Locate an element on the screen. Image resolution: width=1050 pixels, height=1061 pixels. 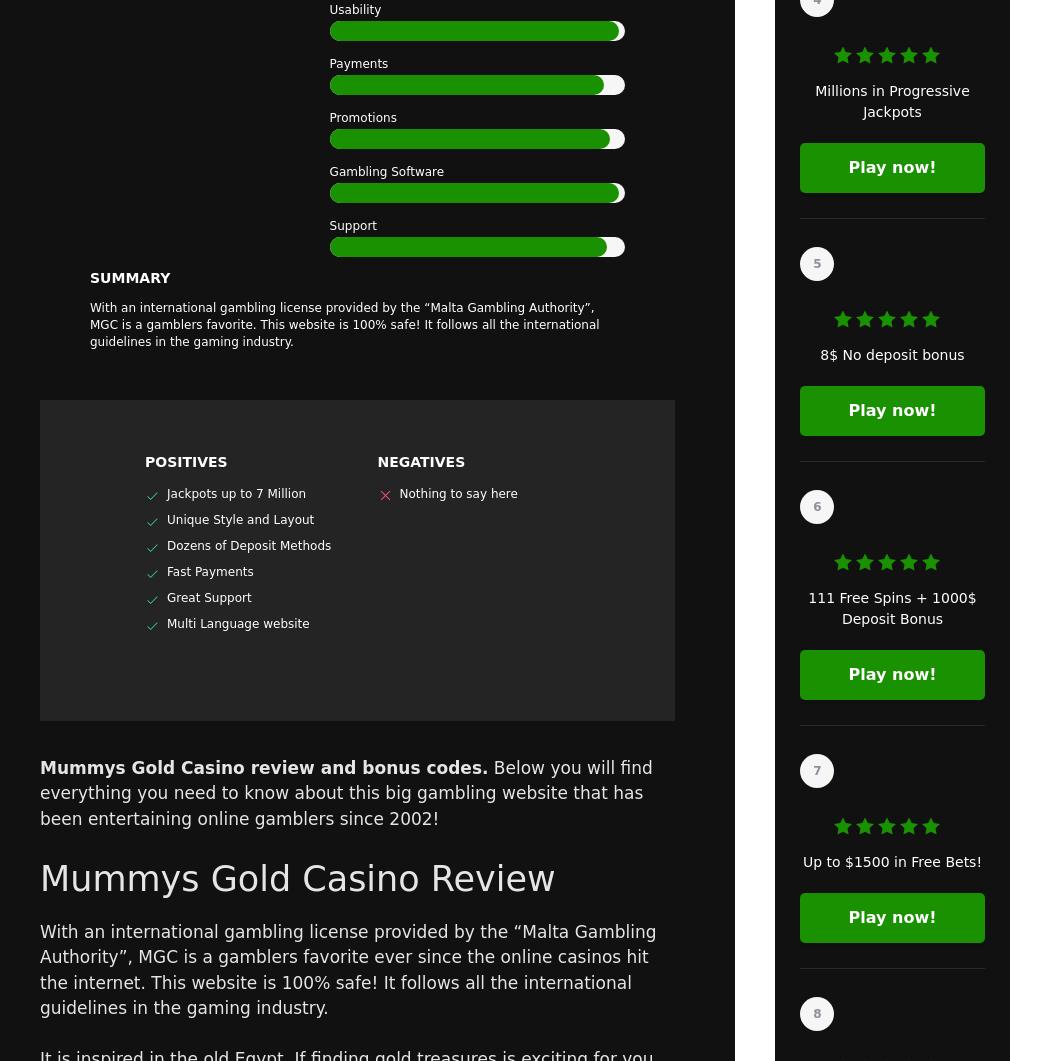
'Up to $1500 in Free Bets!' is located at coordinates (890, 861).